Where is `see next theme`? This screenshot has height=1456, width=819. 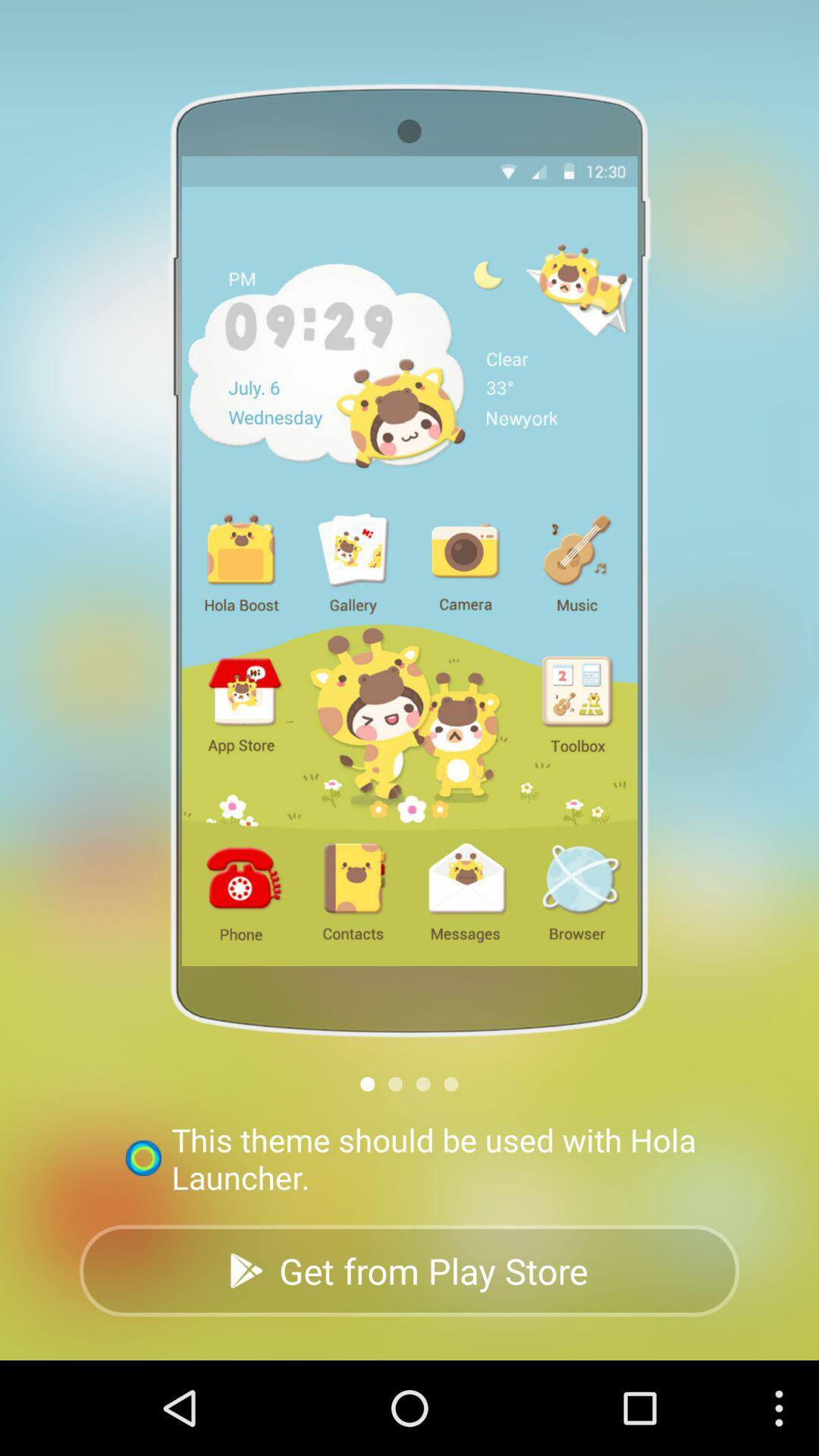
see next theme is located at coordinates (450, 1083).